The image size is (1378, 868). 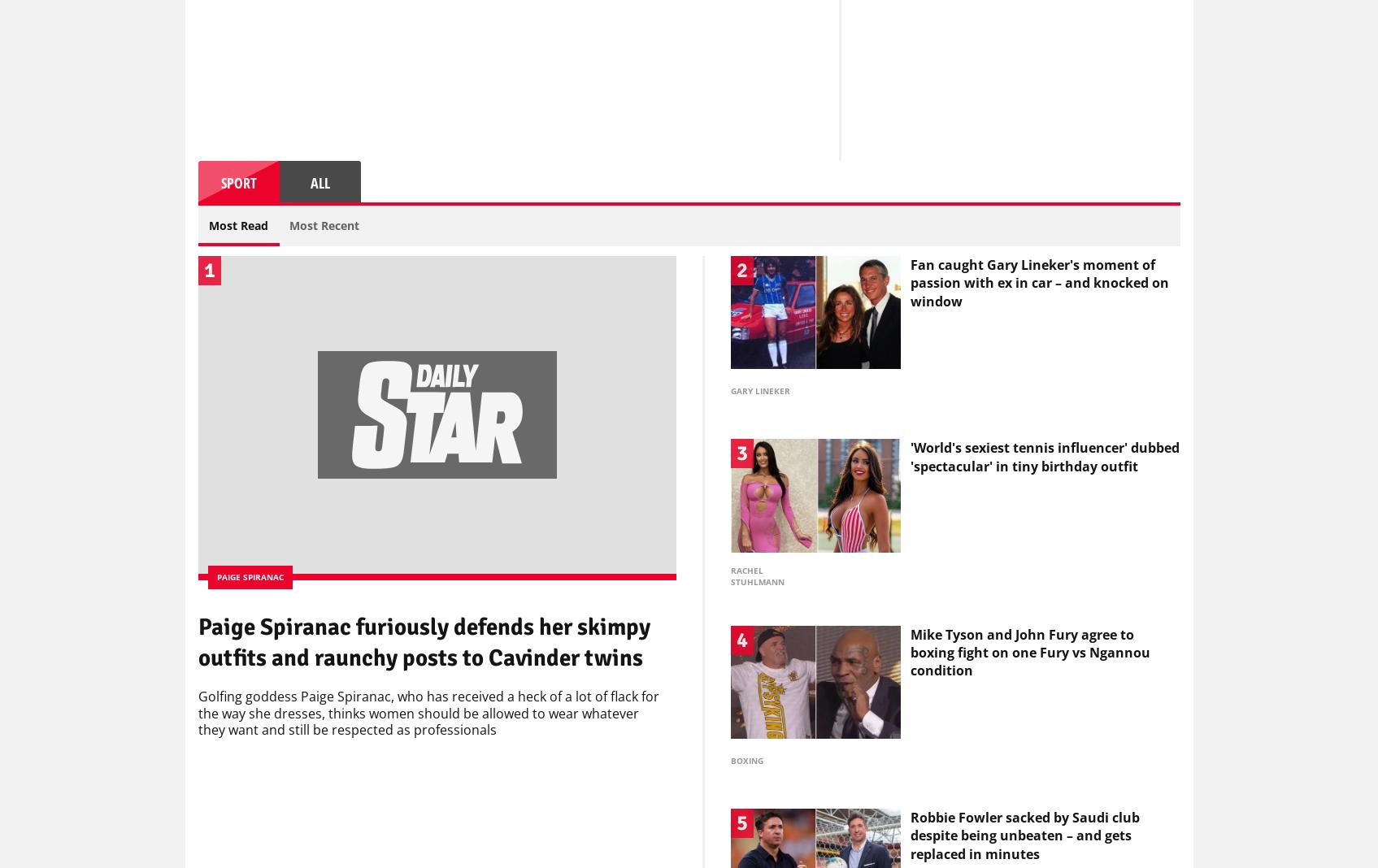 I want to click on 'Golfing goddess Paige Spiranac, who has received a heck of a lot of flack for the way she dresses, thinks women should be allowed to wear whatever they want and still be respected as professionals', so click(x=428, y=716).